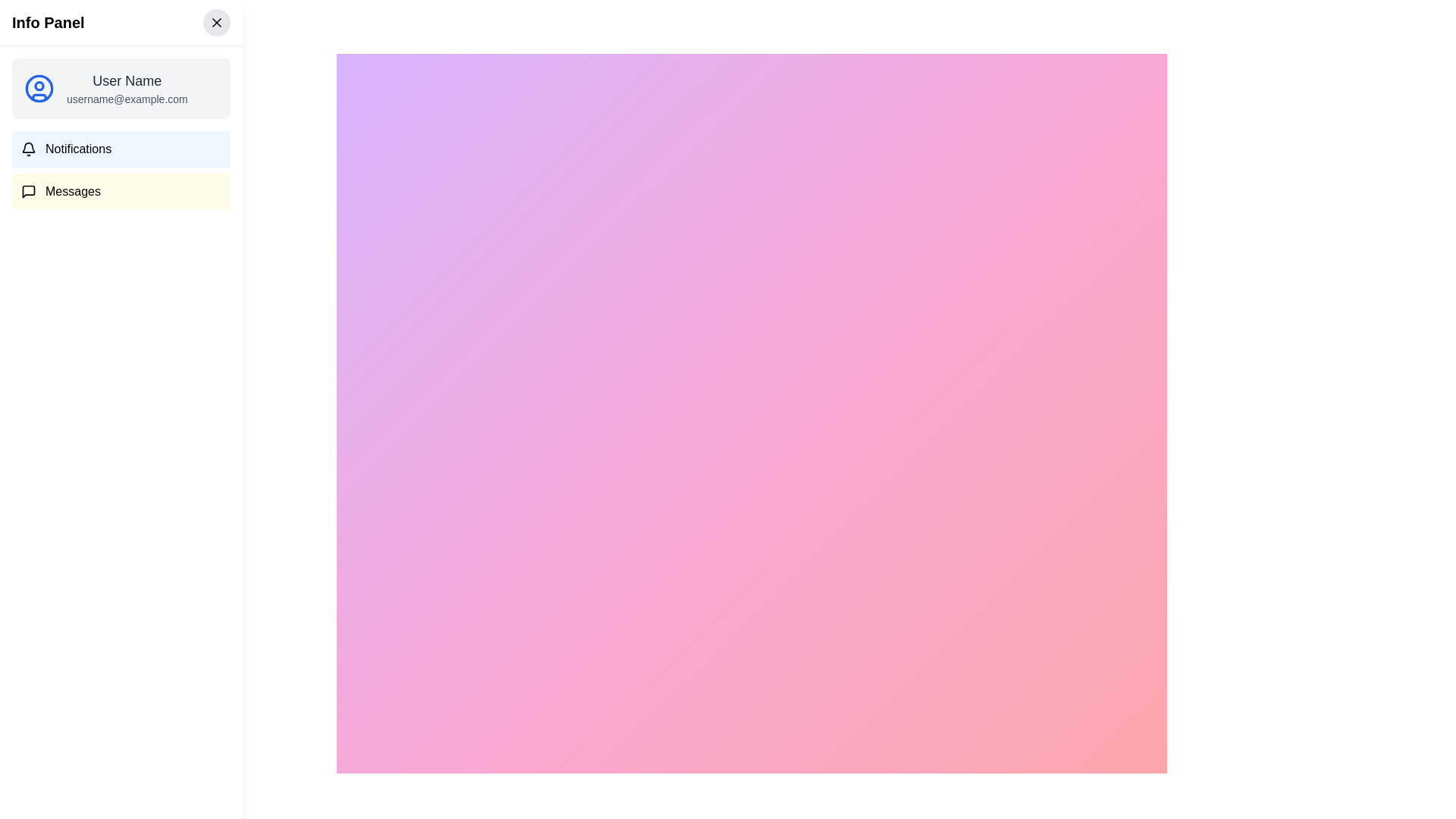  What do you see at coordinates (127, 99) in the screenshot?
I see `the non-interactive email address display located in the user profile card panel, directly below the 'User Name' label` at bounding box center [127, 99].